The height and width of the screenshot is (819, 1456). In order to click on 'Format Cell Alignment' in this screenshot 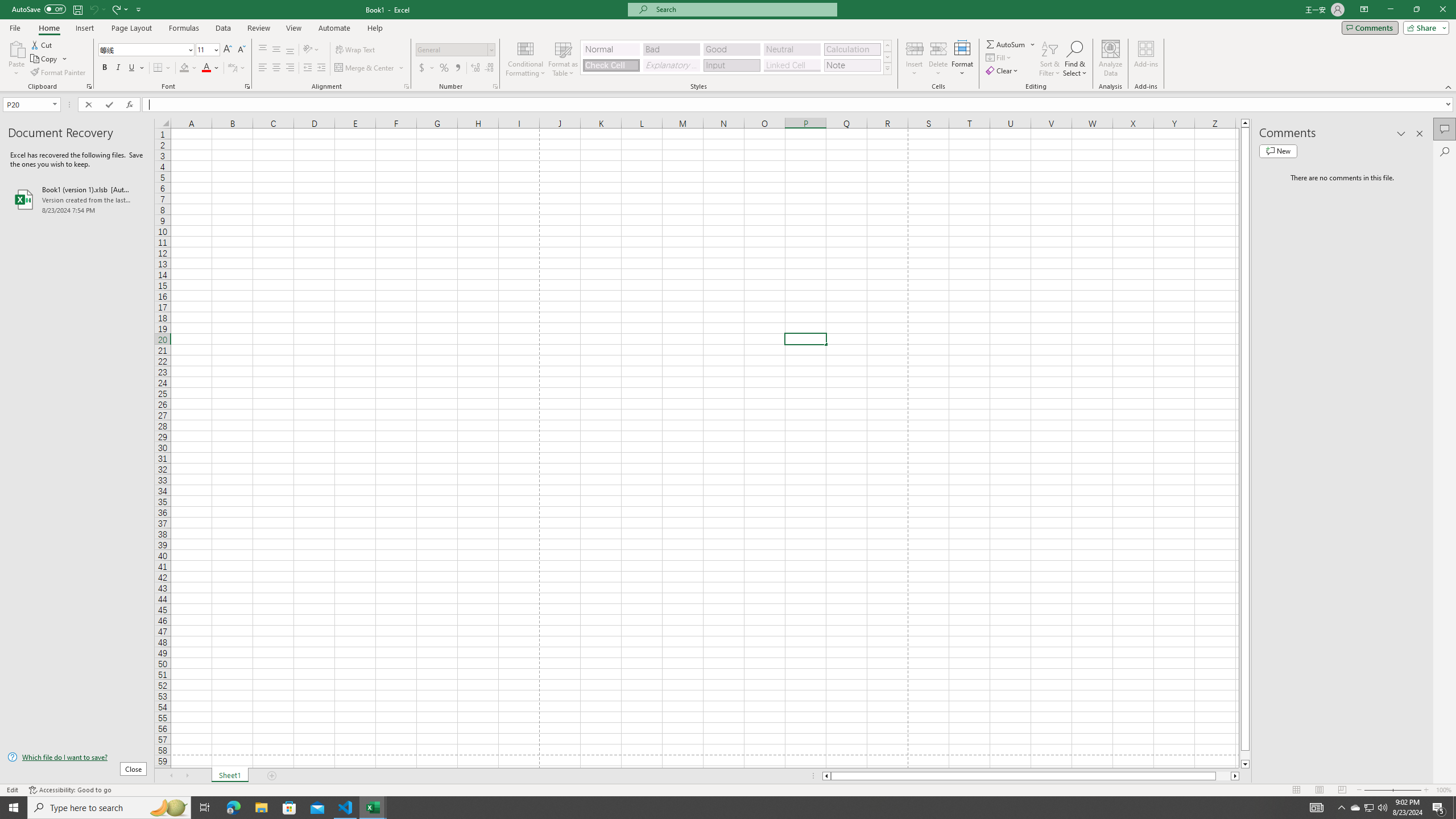, I will do `click(406, 85)`.